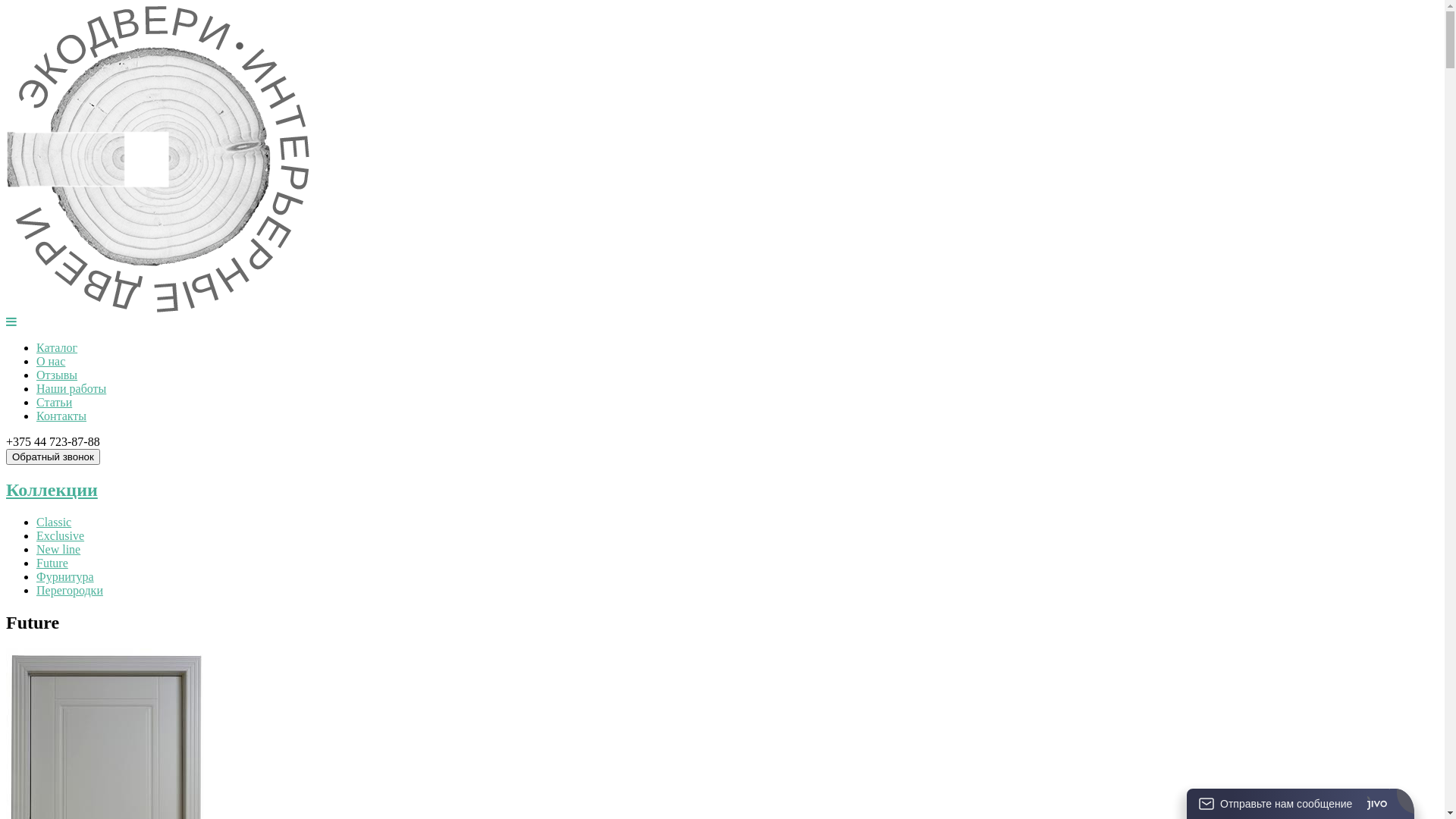 The height and width of the screenshot is (819, 1456). I want to click on 'Future', so click(36, 563).